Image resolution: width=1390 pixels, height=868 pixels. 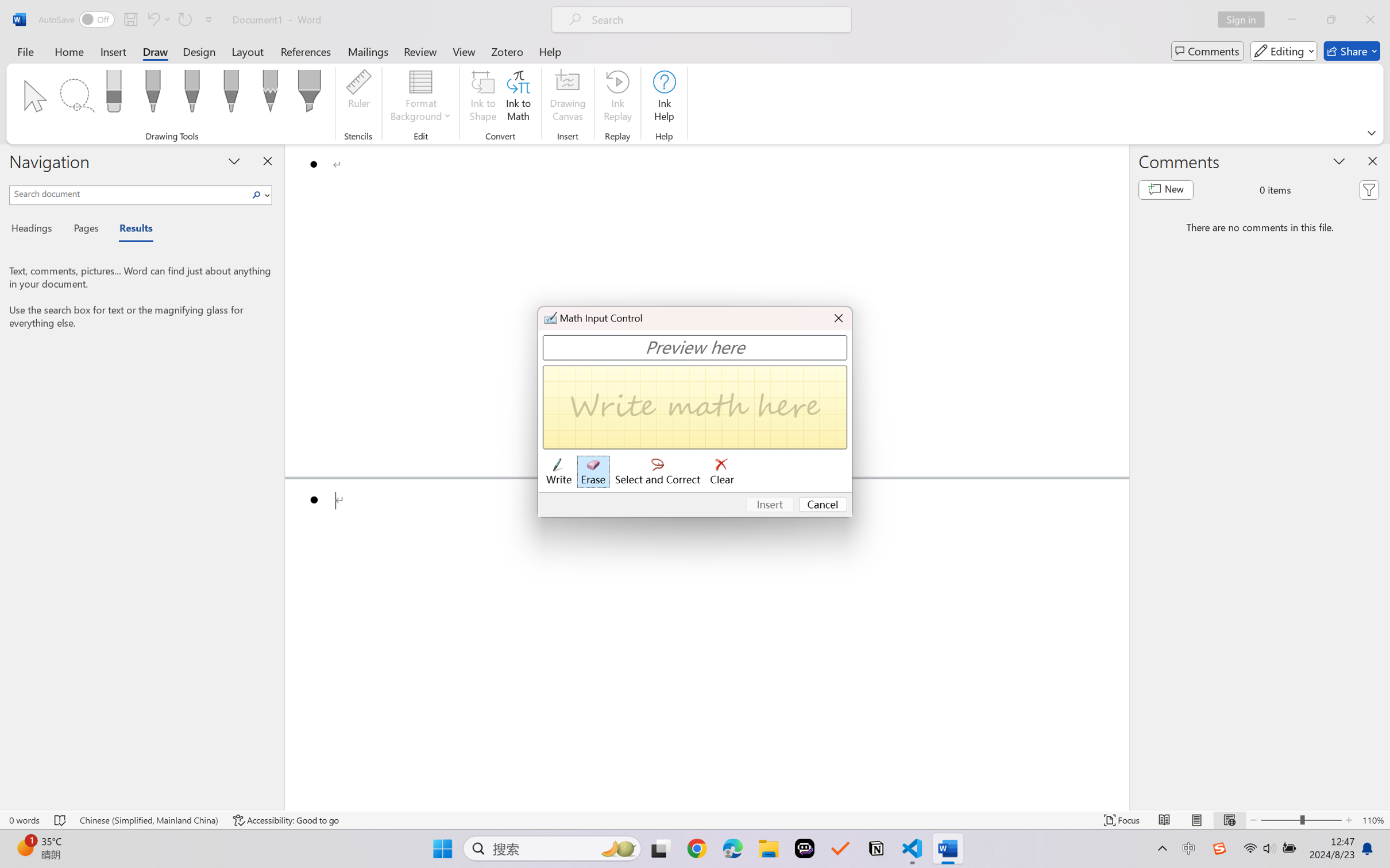 What do you see at coordinates (721, 471) in the screenshot?
I see `'Clear'` at bounding box center [721, 471].